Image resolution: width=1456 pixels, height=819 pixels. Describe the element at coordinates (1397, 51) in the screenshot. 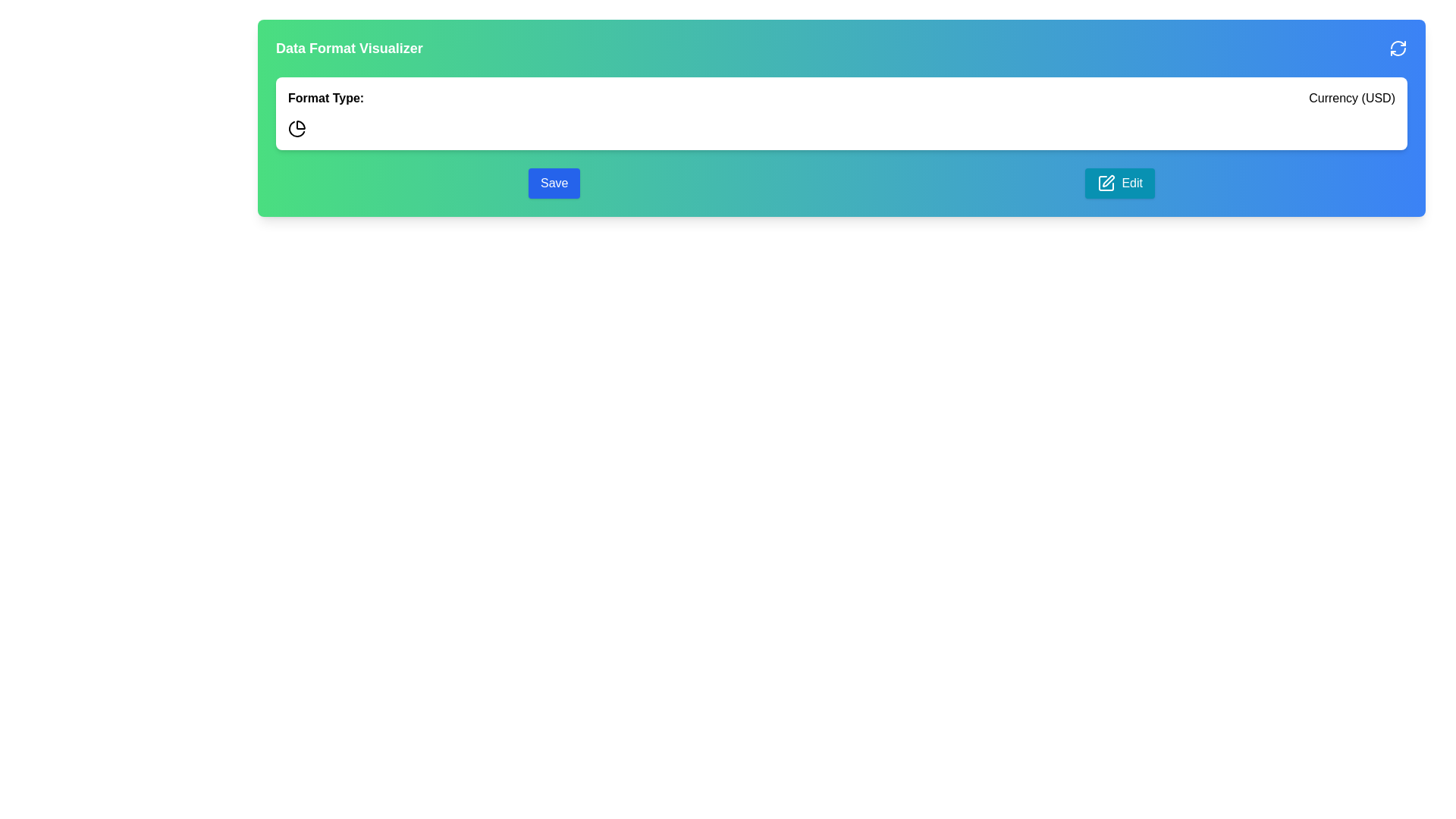

I see `the lower curved segment of the circular refresh icon located in the top-right corner of the central control panel` at that location.